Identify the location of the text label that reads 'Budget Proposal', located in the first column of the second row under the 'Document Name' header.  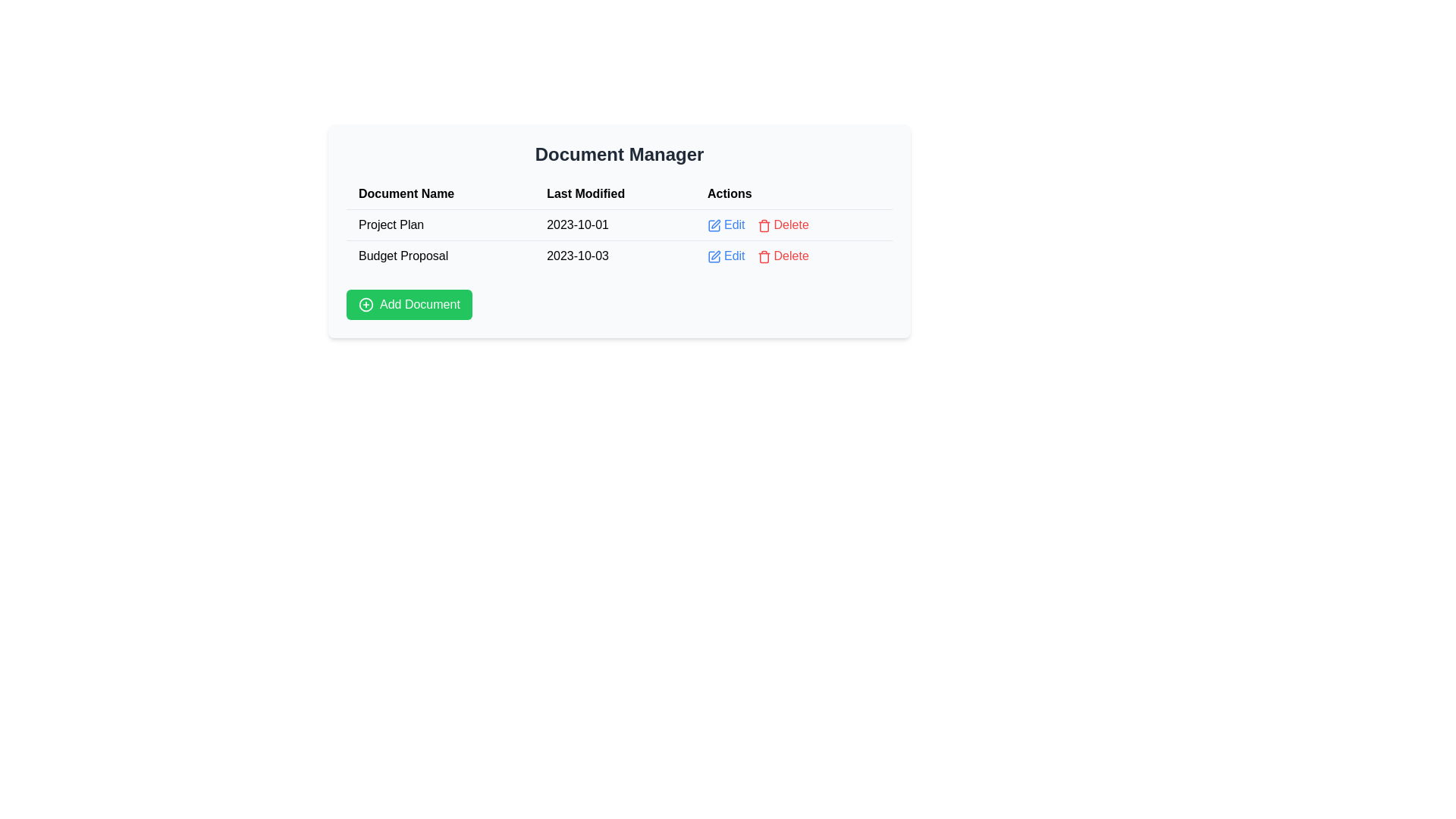
(439, 255).